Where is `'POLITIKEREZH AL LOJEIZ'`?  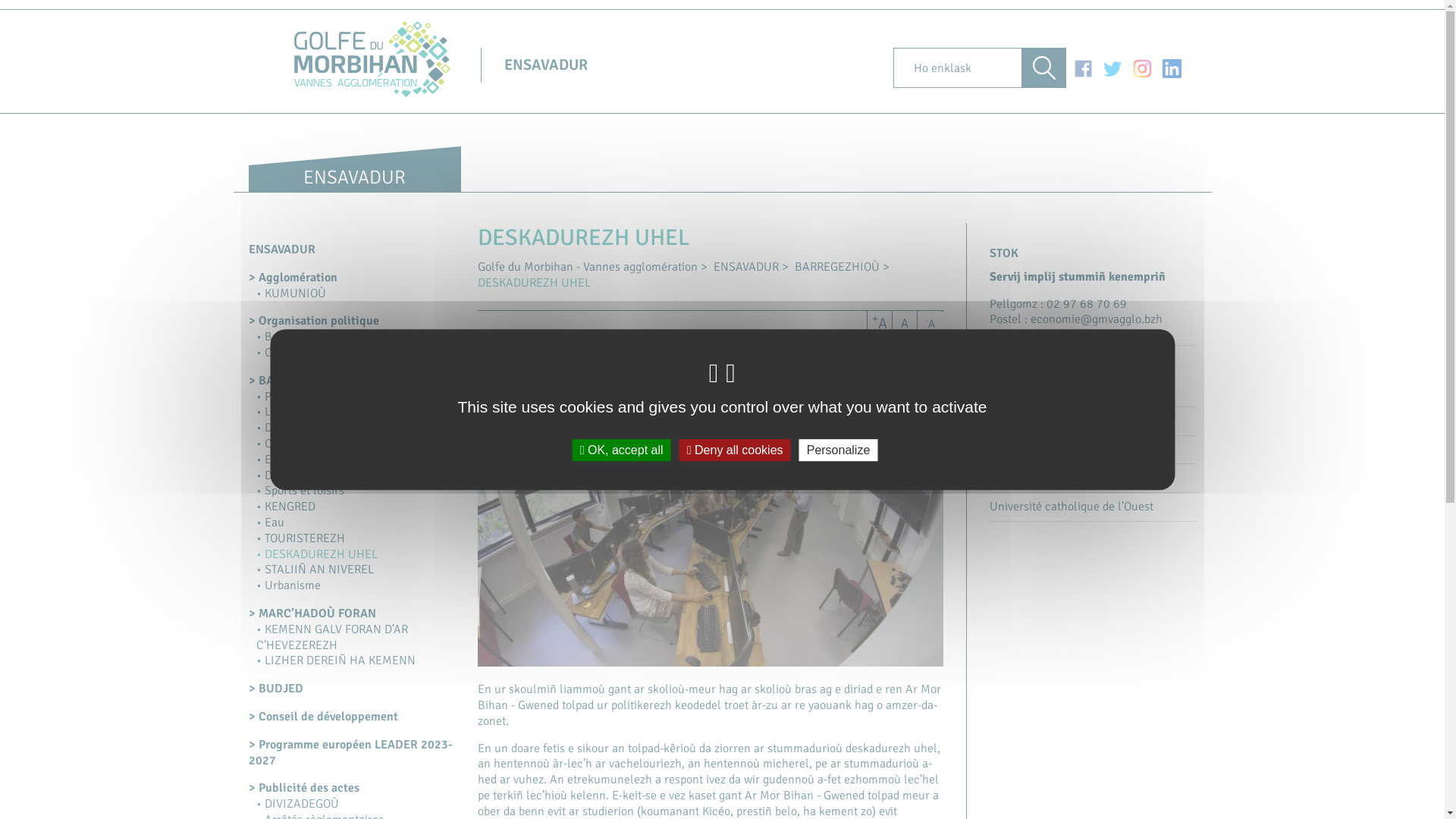
'POLITIKEREZH AL LOJEIZ' is located at coordinates (326, 396).